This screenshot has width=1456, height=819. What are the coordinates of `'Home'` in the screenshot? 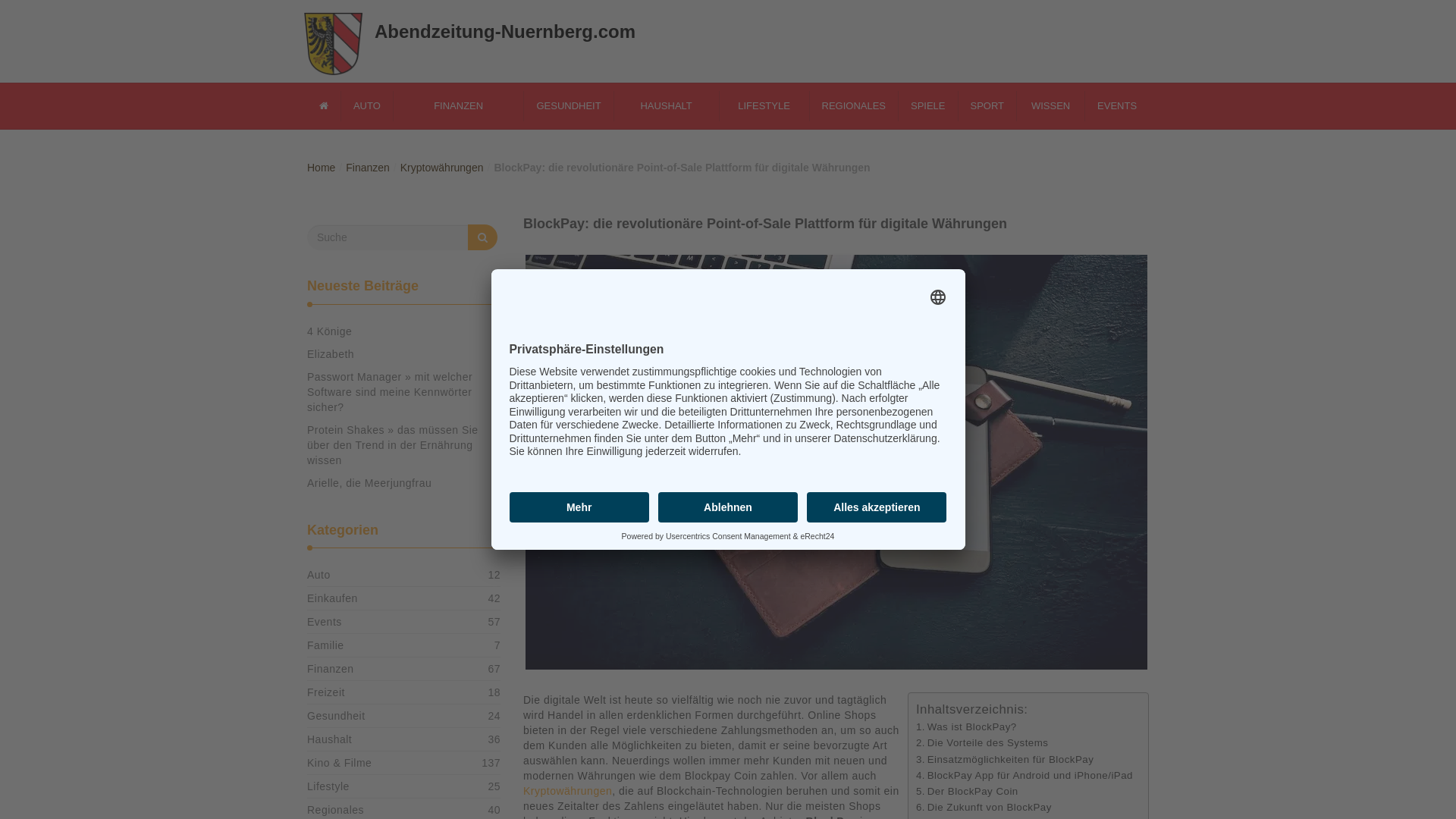 It's located at (315, 167).